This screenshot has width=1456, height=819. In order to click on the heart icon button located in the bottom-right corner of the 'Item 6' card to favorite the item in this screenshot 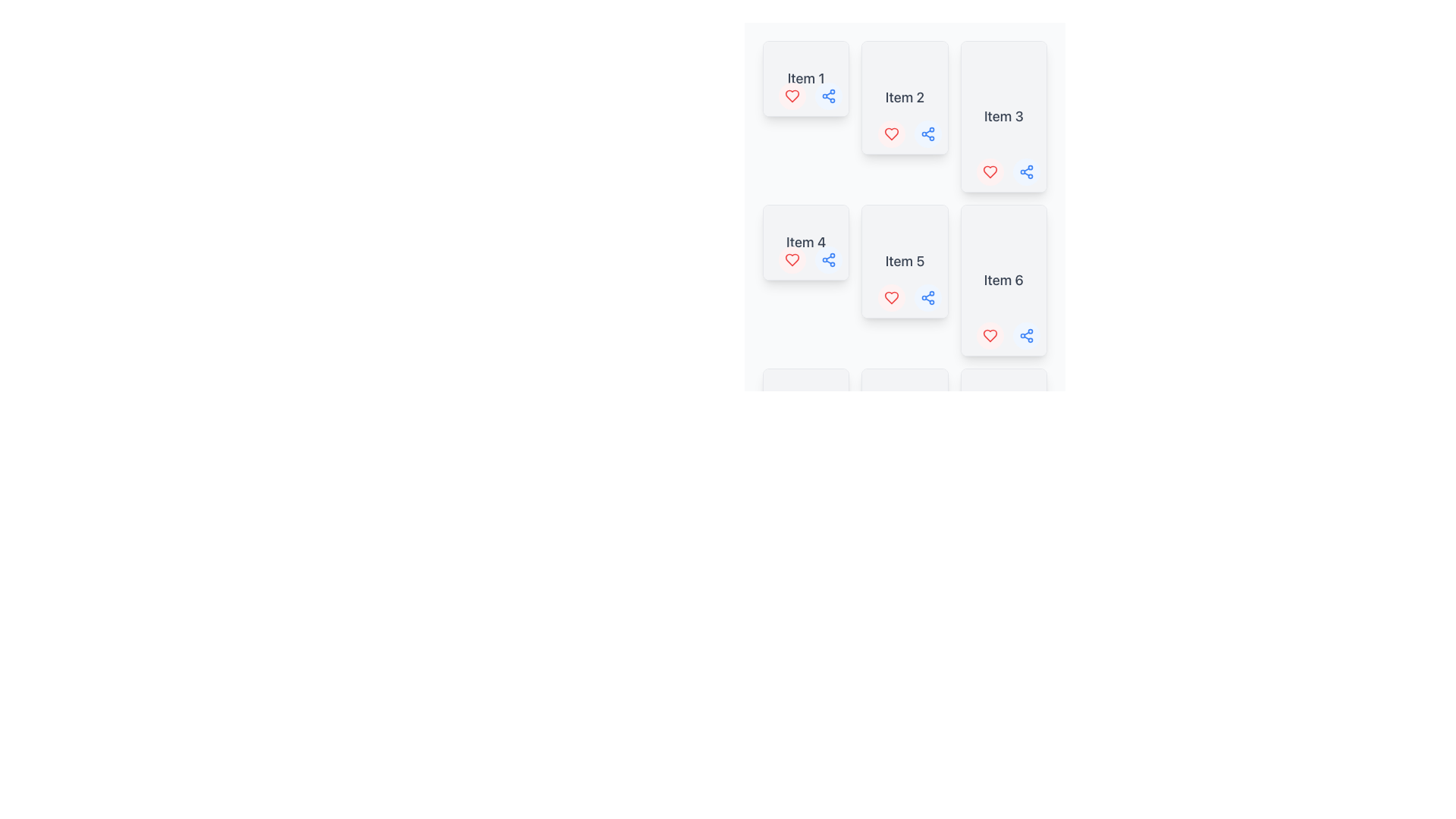, I will do `click(990, 171)`.